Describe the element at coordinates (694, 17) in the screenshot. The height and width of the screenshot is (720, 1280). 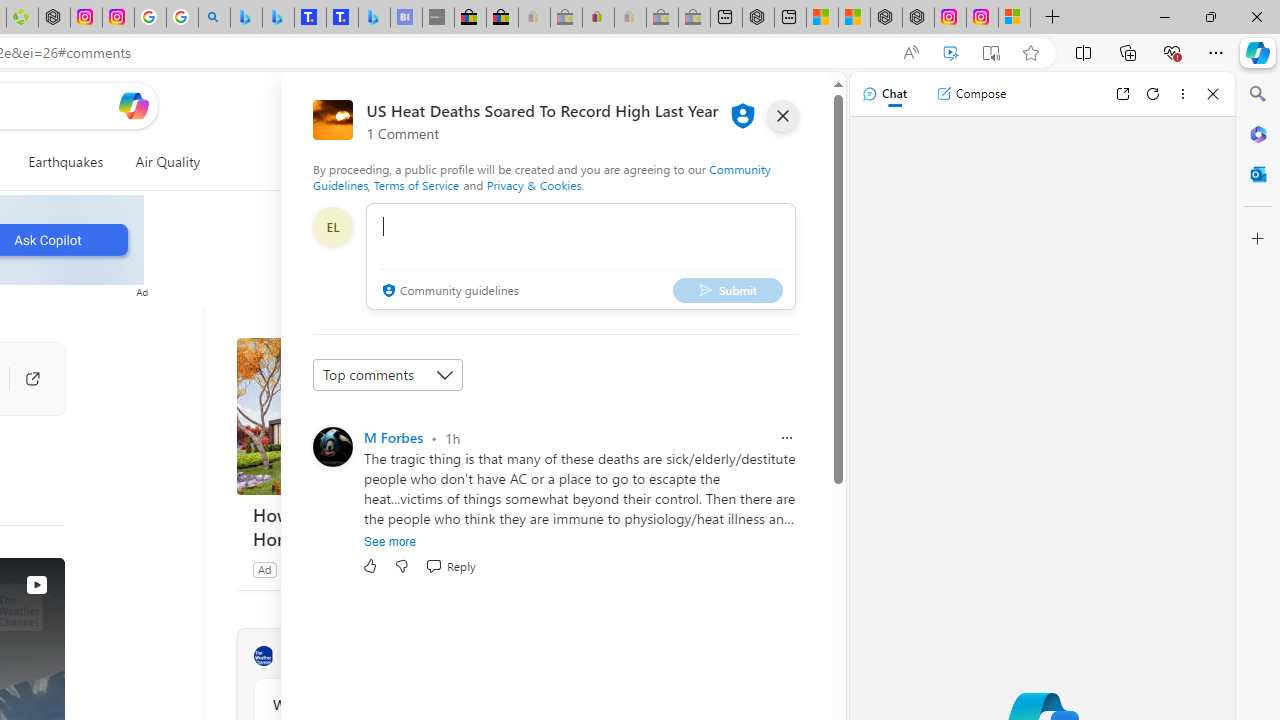
I see `'Yard, Garden & Outdoor Living - Sleeping'` at that location.